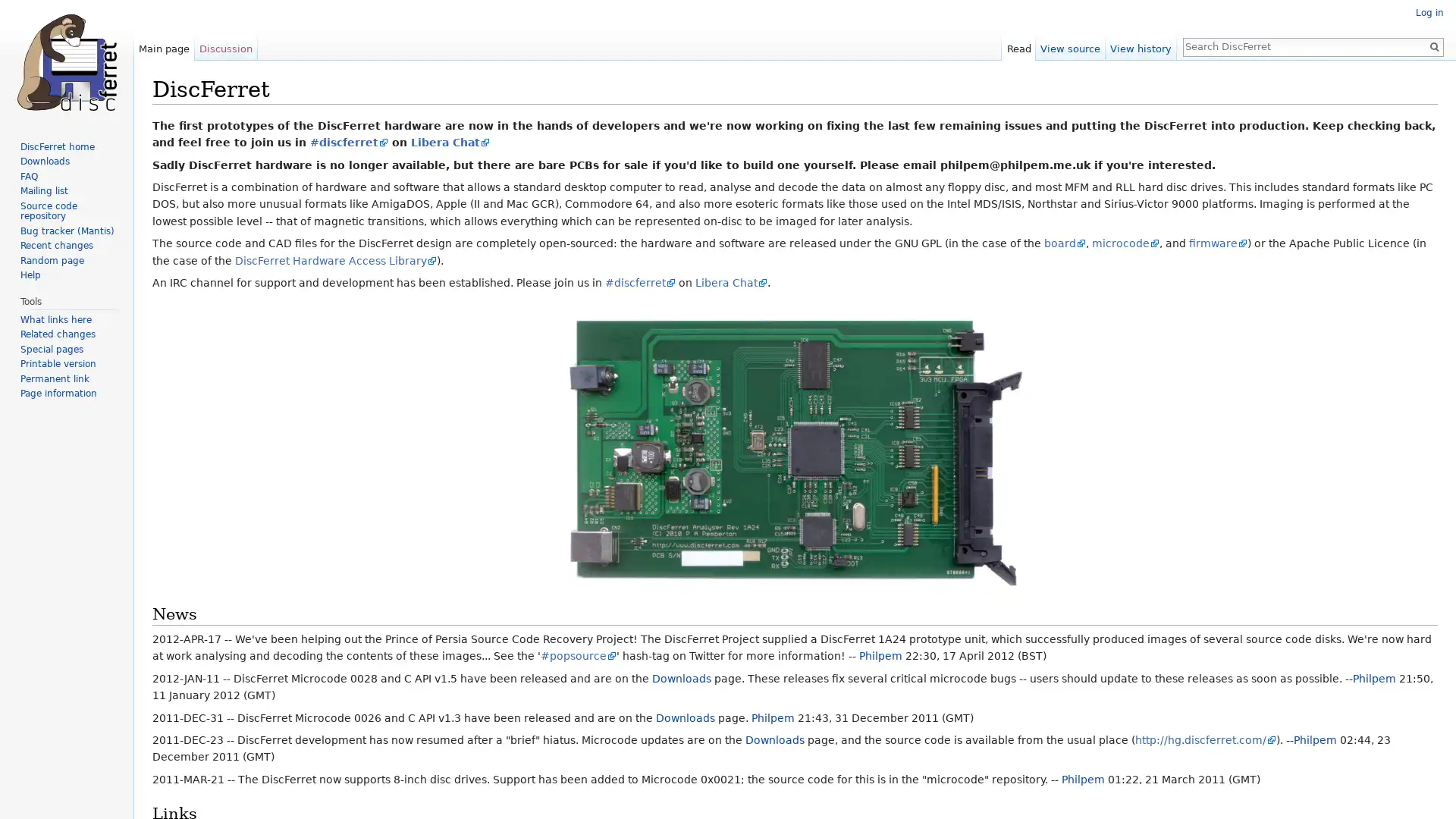 This screenshot has height=819, width=1456. Describe the element at coordinates (1433, 45) in the screenshot. I see `Go` at that location.